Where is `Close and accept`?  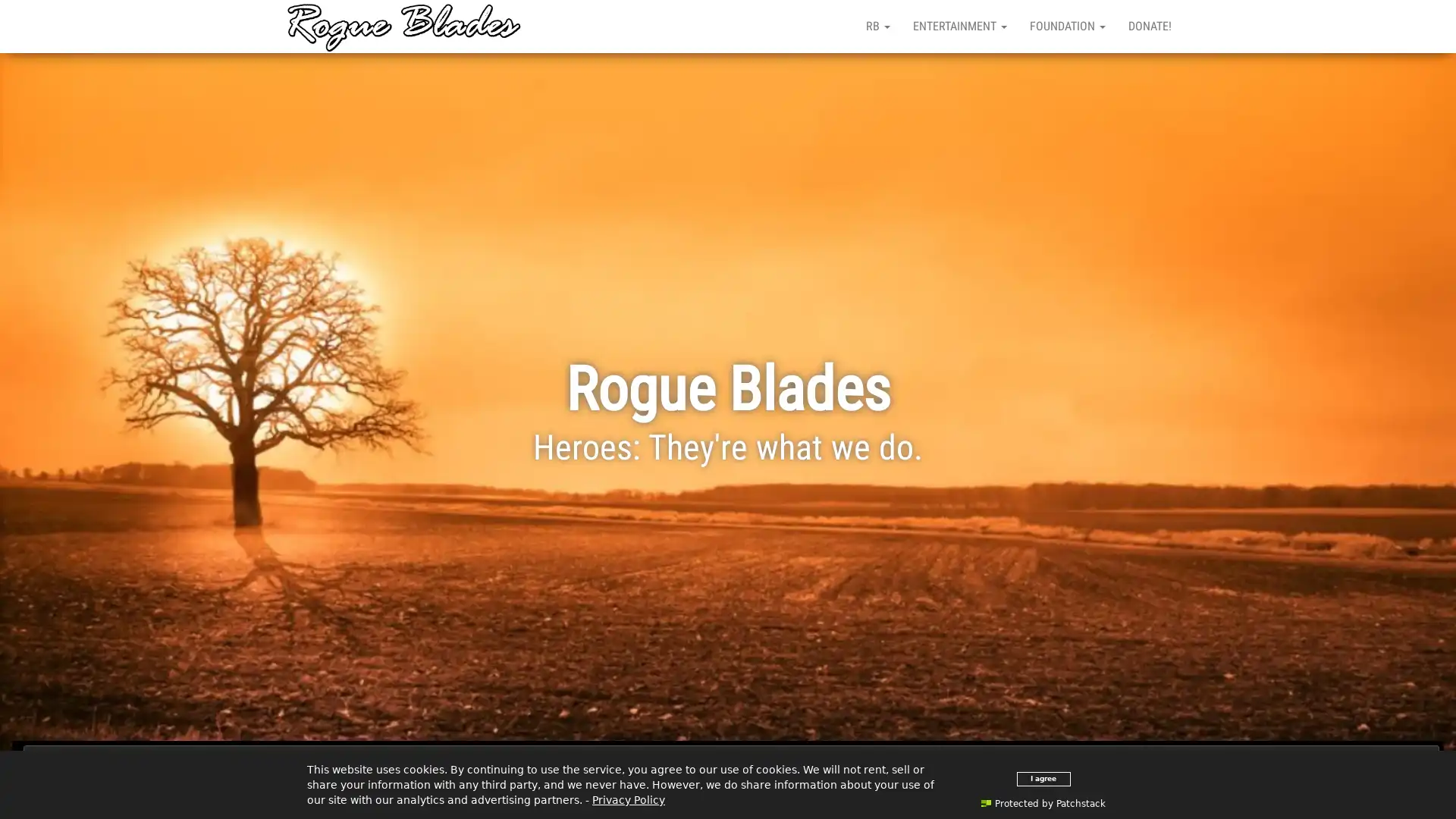 Close and accept is located at coordinates (731, 760).